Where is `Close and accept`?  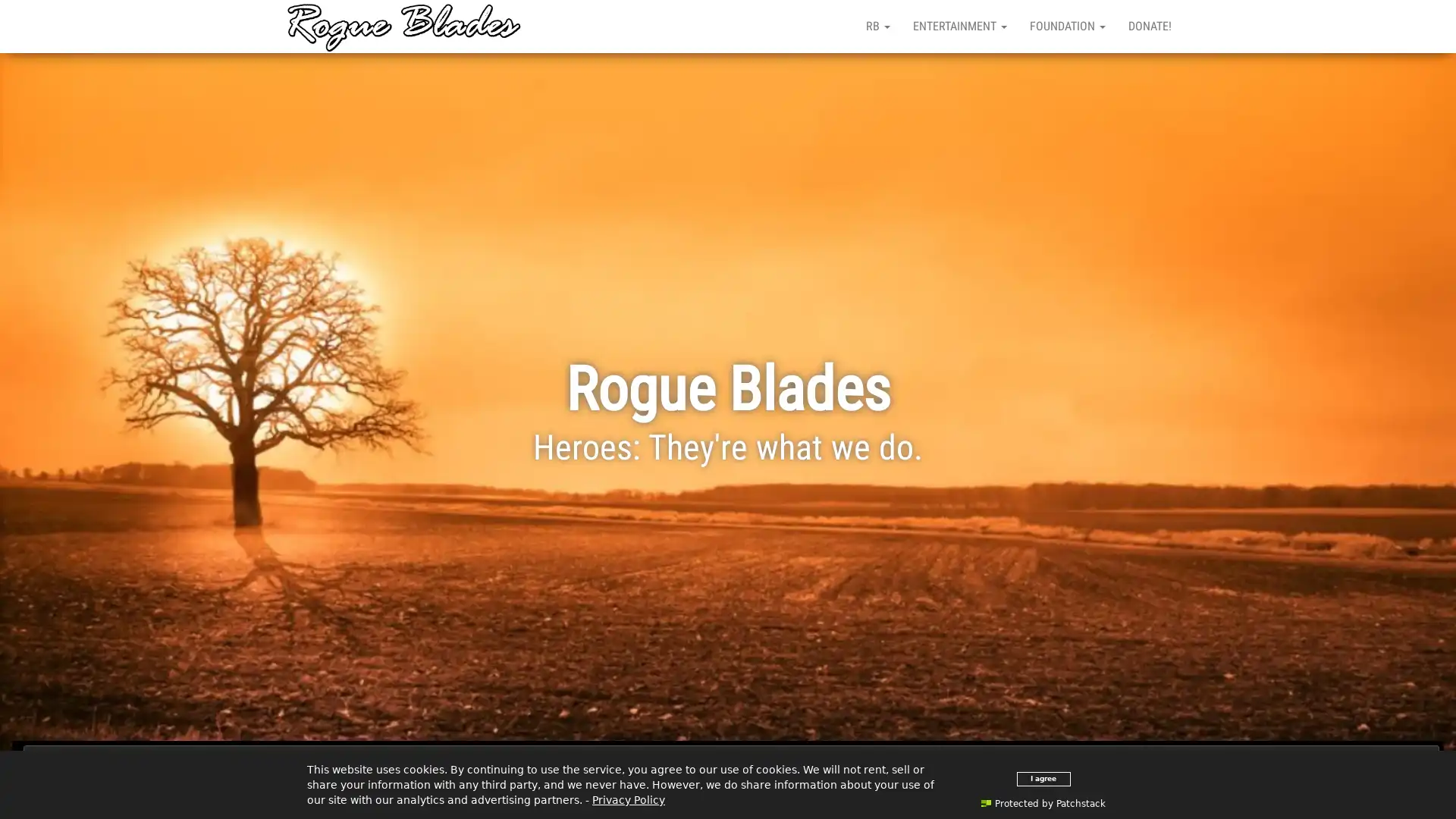 Close and accept is located at coordinates (731, 760).